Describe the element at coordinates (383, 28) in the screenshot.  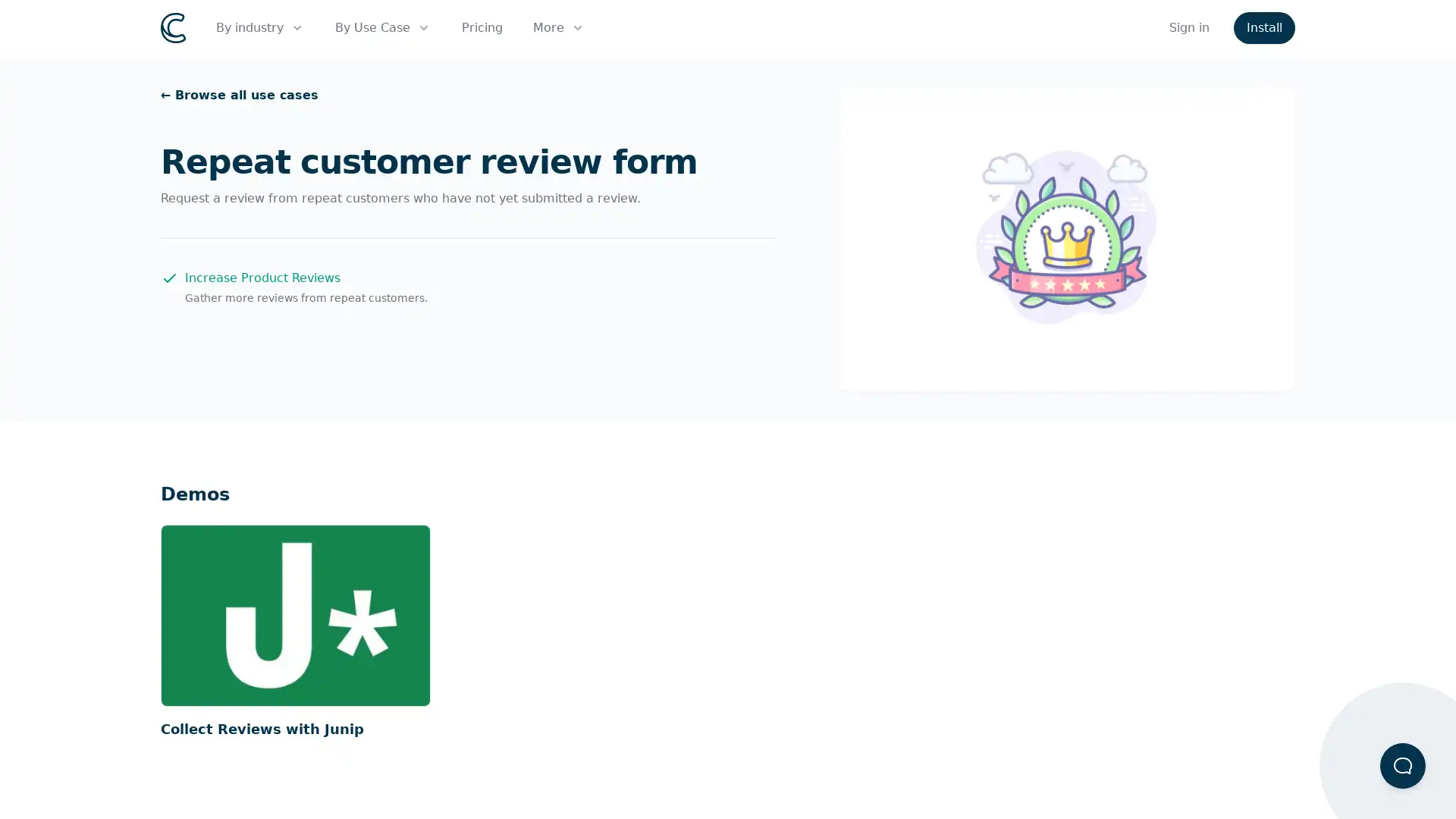
I see `By Use Case` at that location.